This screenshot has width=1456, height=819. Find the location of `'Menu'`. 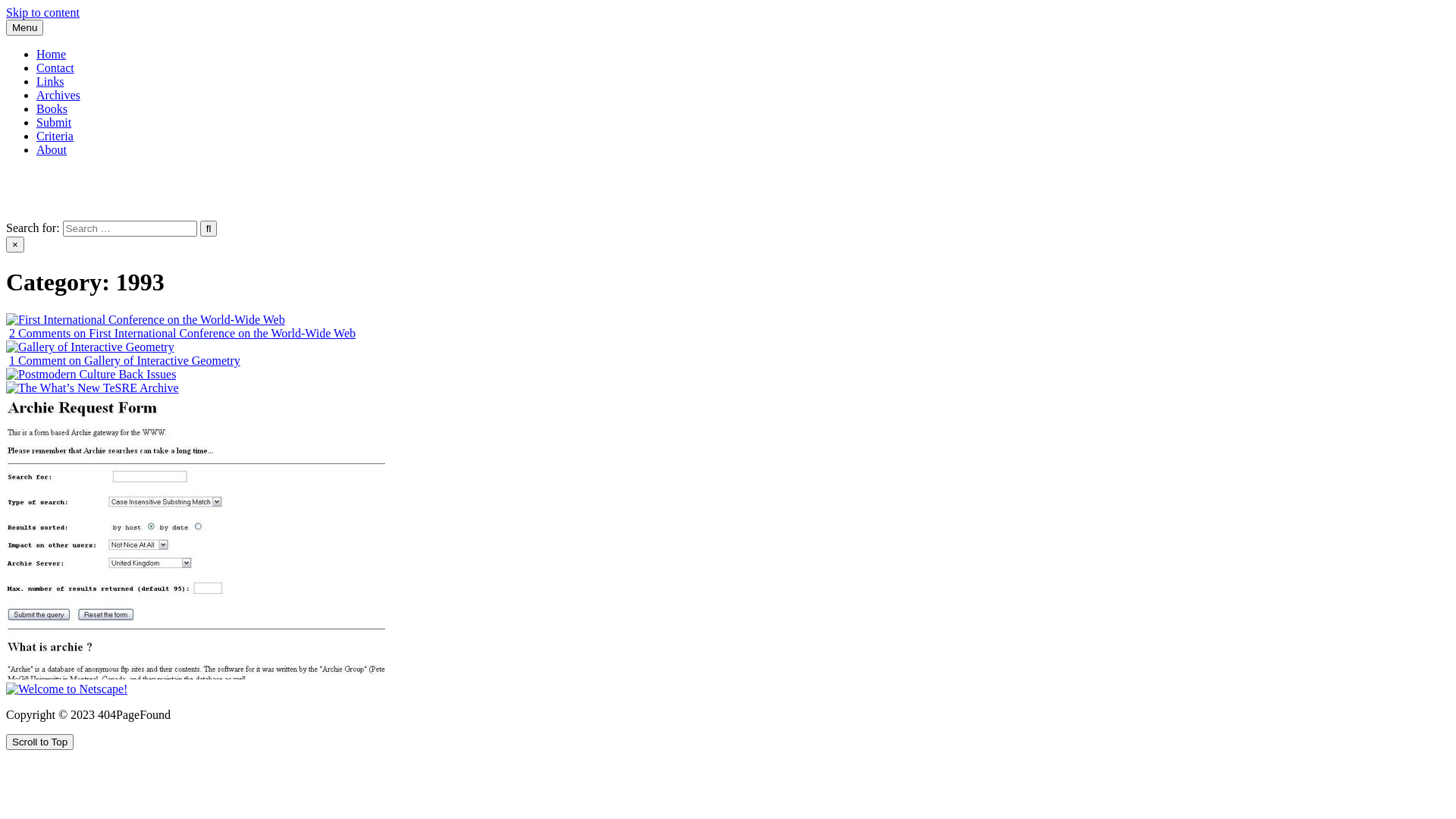

'Menu' is located at coordinates (24, 27).